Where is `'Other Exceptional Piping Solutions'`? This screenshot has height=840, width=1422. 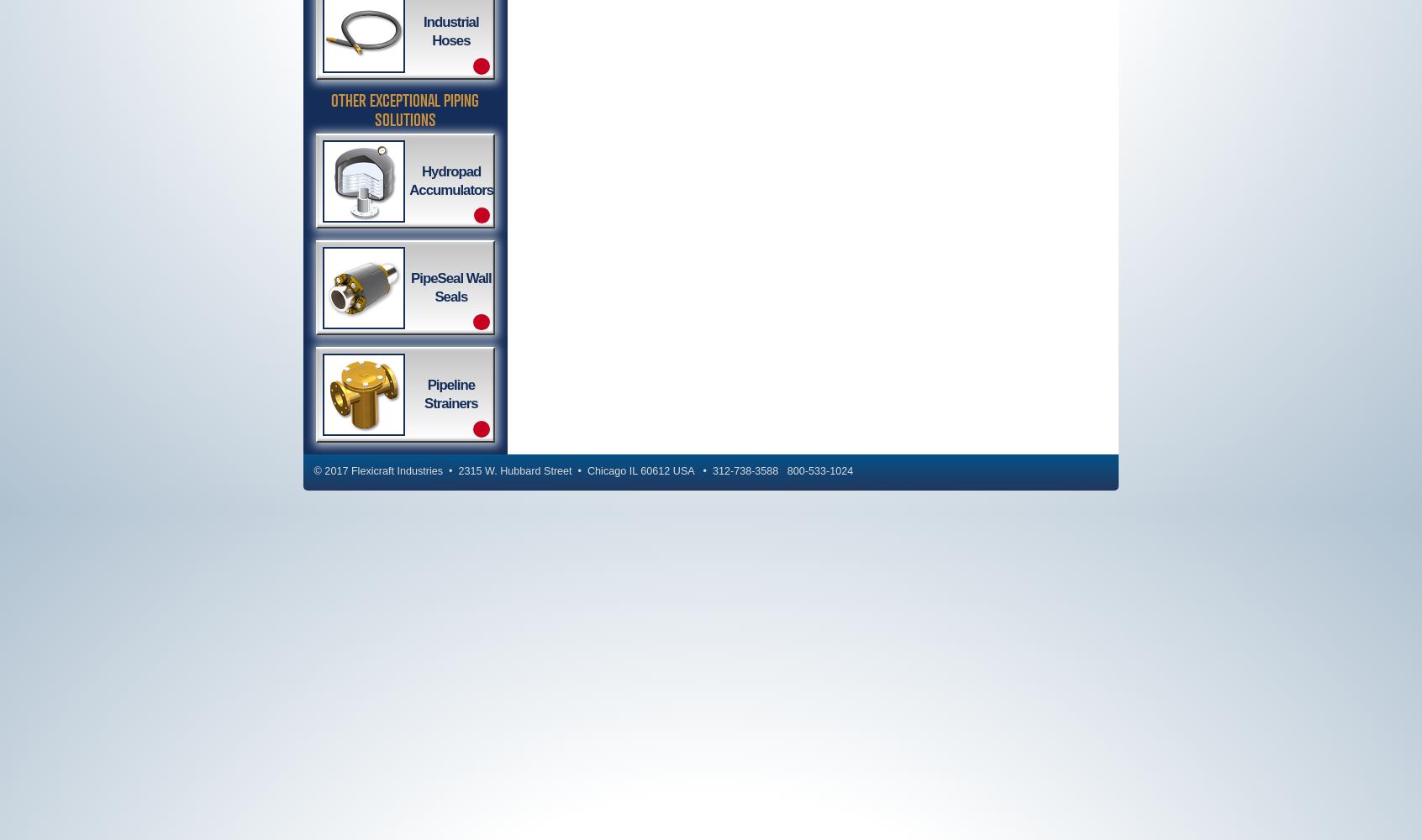 'Other Exceptional Piping Solutions' is located at coordinates (331, 110).